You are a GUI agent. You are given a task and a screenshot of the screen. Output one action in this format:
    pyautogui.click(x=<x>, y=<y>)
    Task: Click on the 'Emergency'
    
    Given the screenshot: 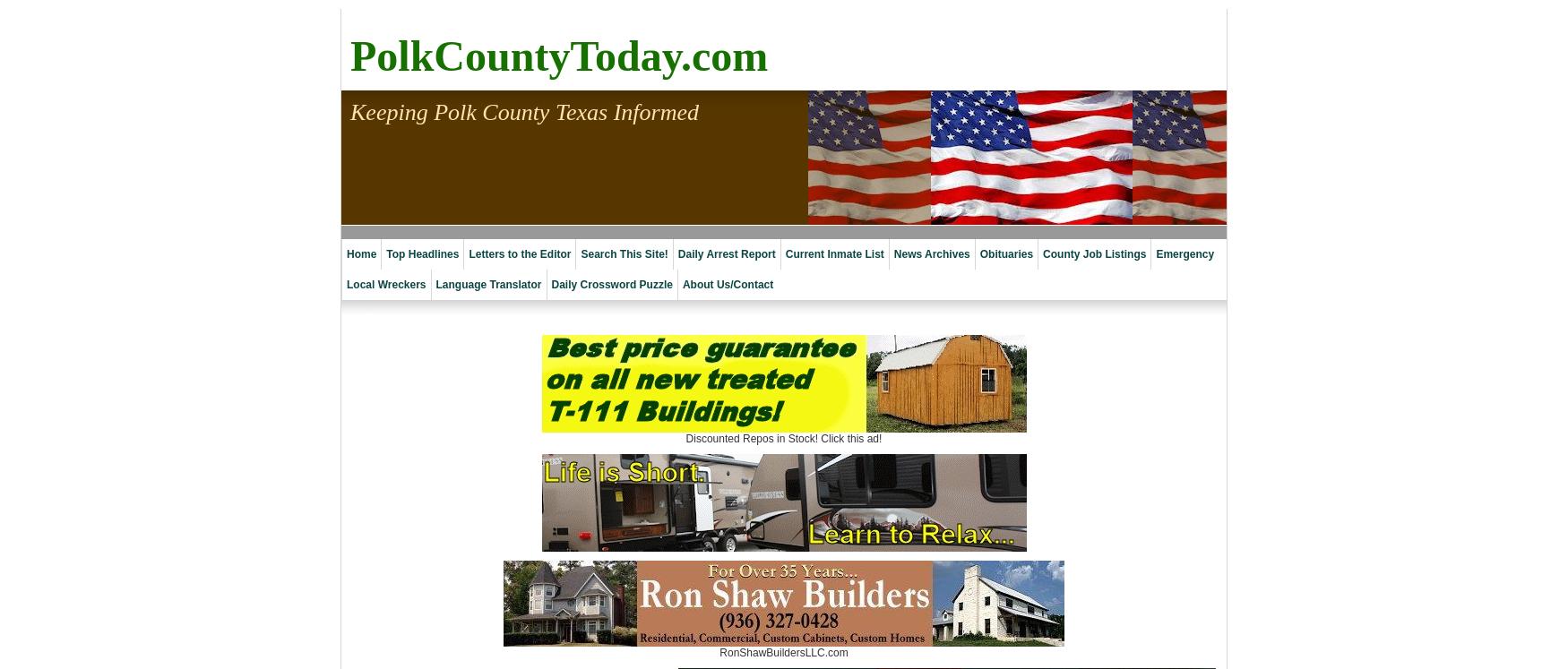 What is the action you would take?
    pyautogui.click(x=1185, y=254)
    